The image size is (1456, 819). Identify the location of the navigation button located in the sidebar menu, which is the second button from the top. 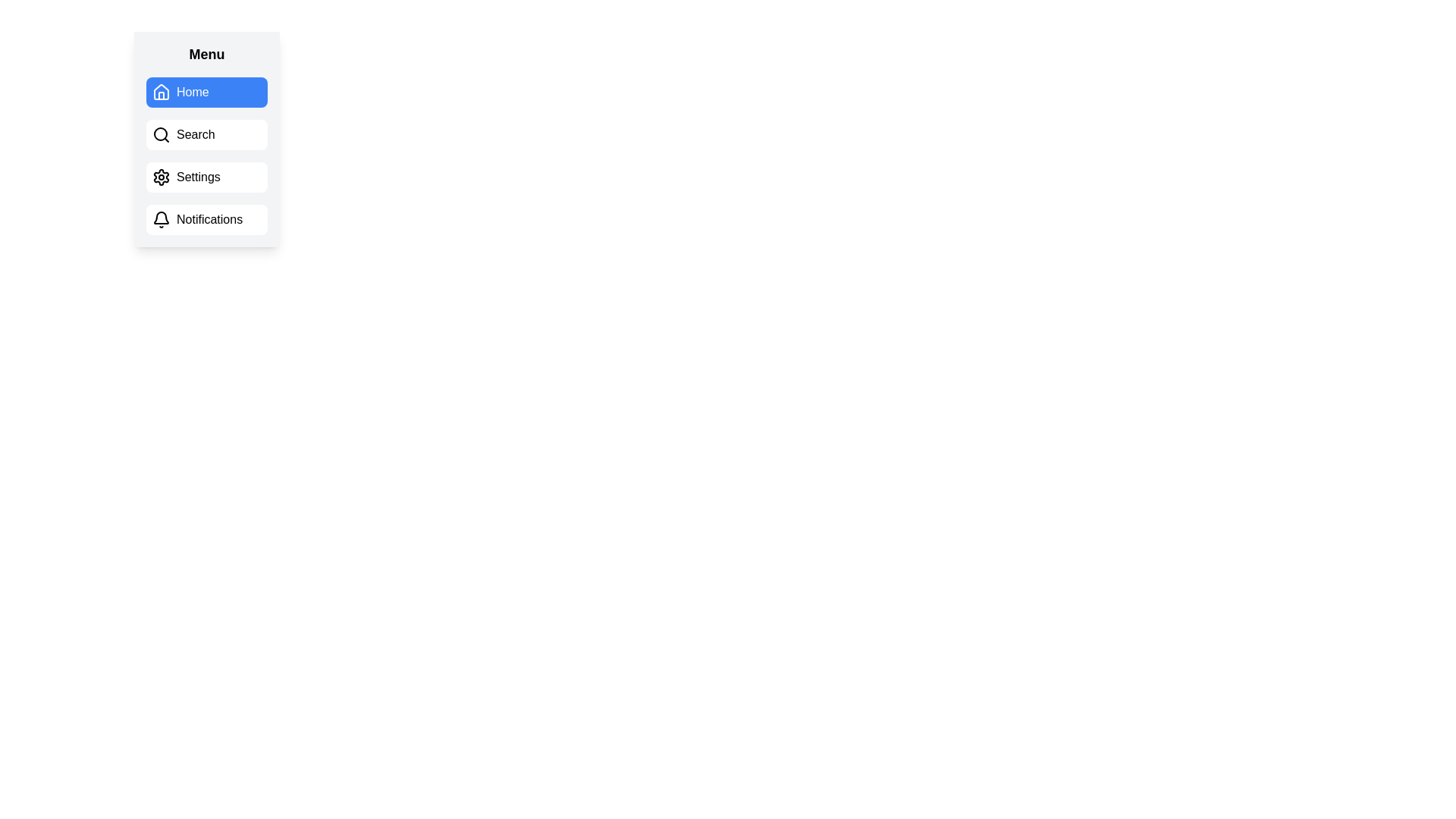
(206, 133).